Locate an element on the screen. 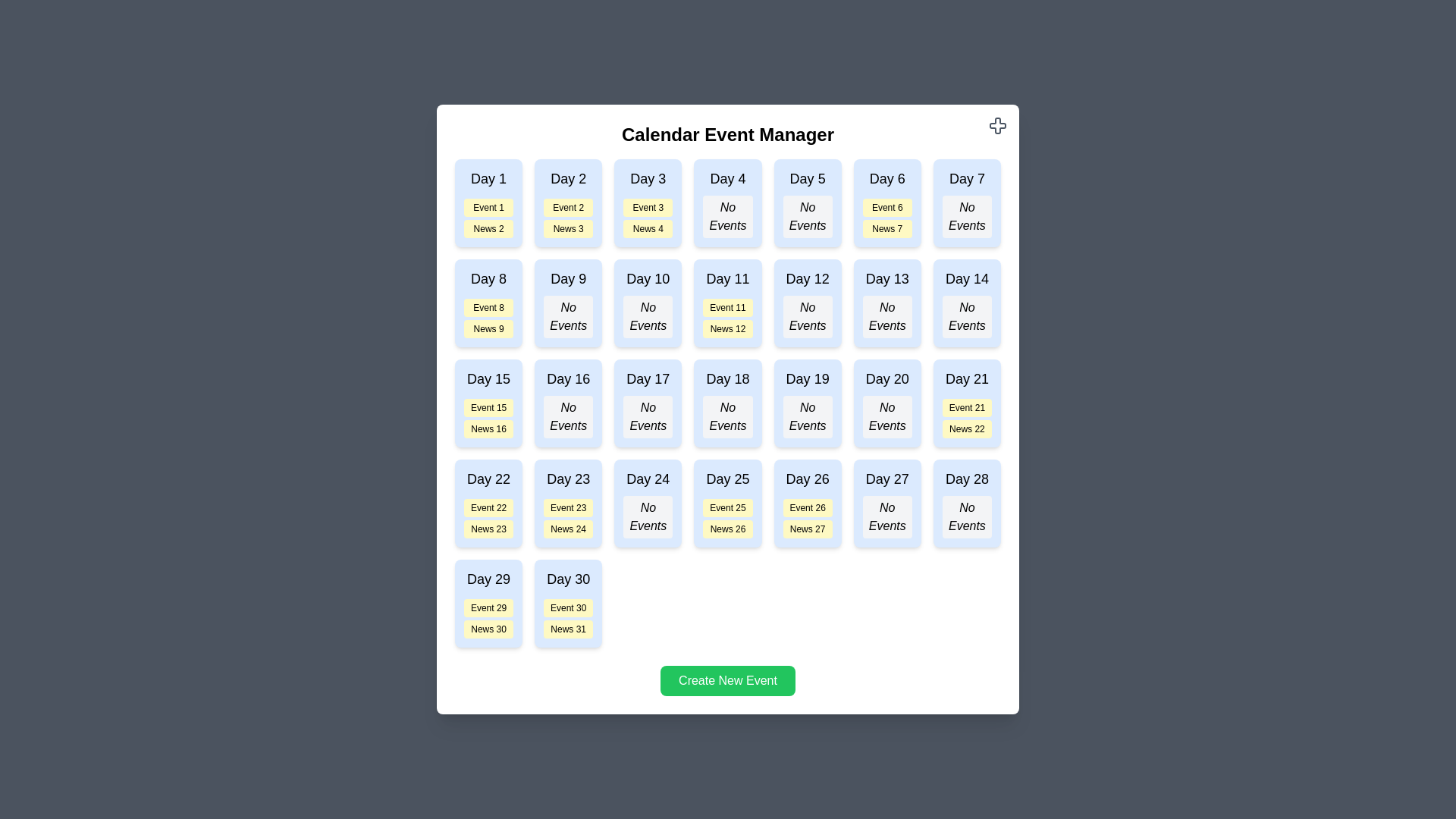 This screenshot has height=819, width=1456. the close button located at the top-right corner of the dialog is located at coordinates (997, 124).